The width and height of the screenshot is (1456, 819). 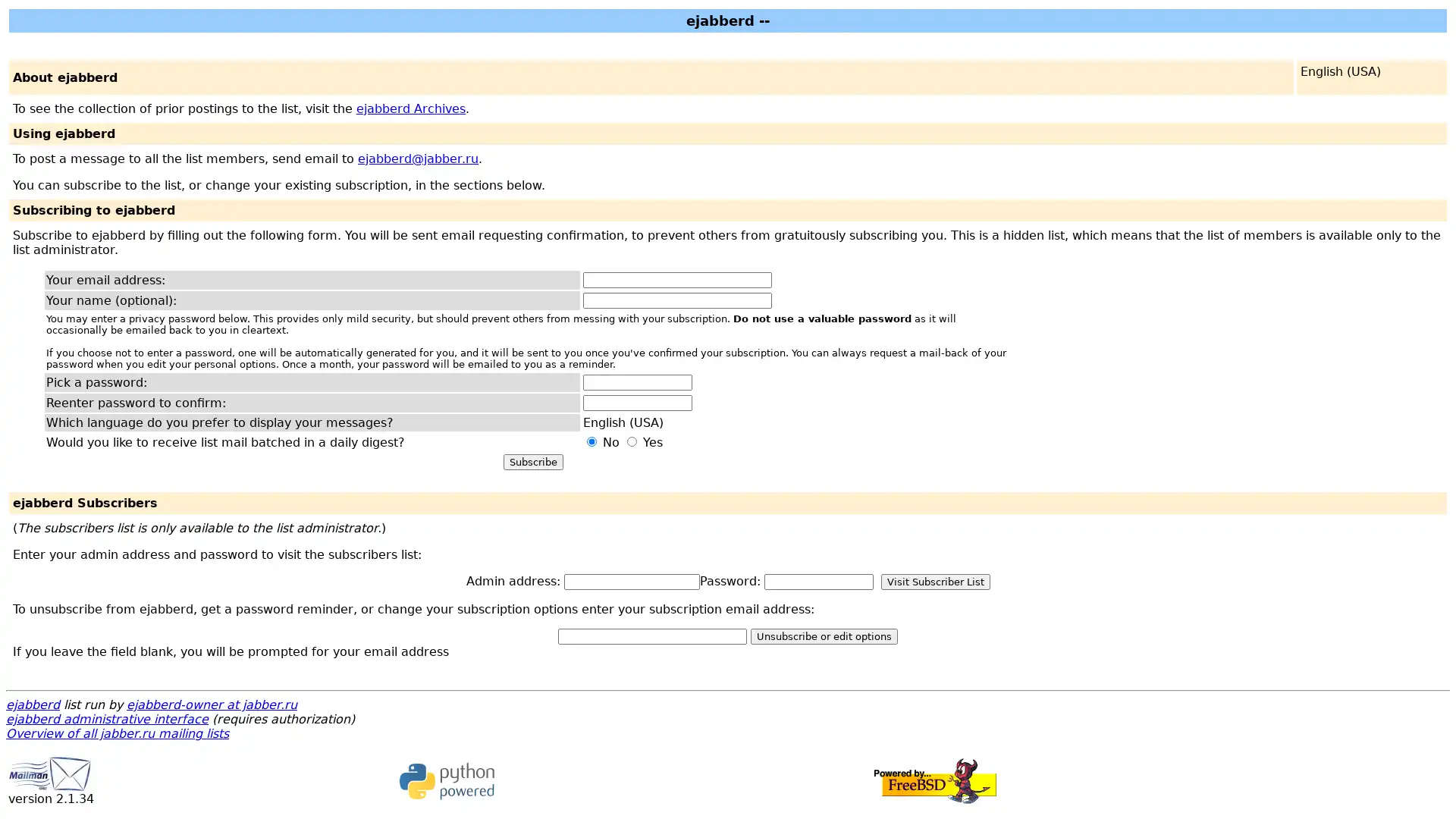 What do you see at coordinates (532, 461) in the screenshot?
I see `Subscribe` at bounding box center [532, 461].